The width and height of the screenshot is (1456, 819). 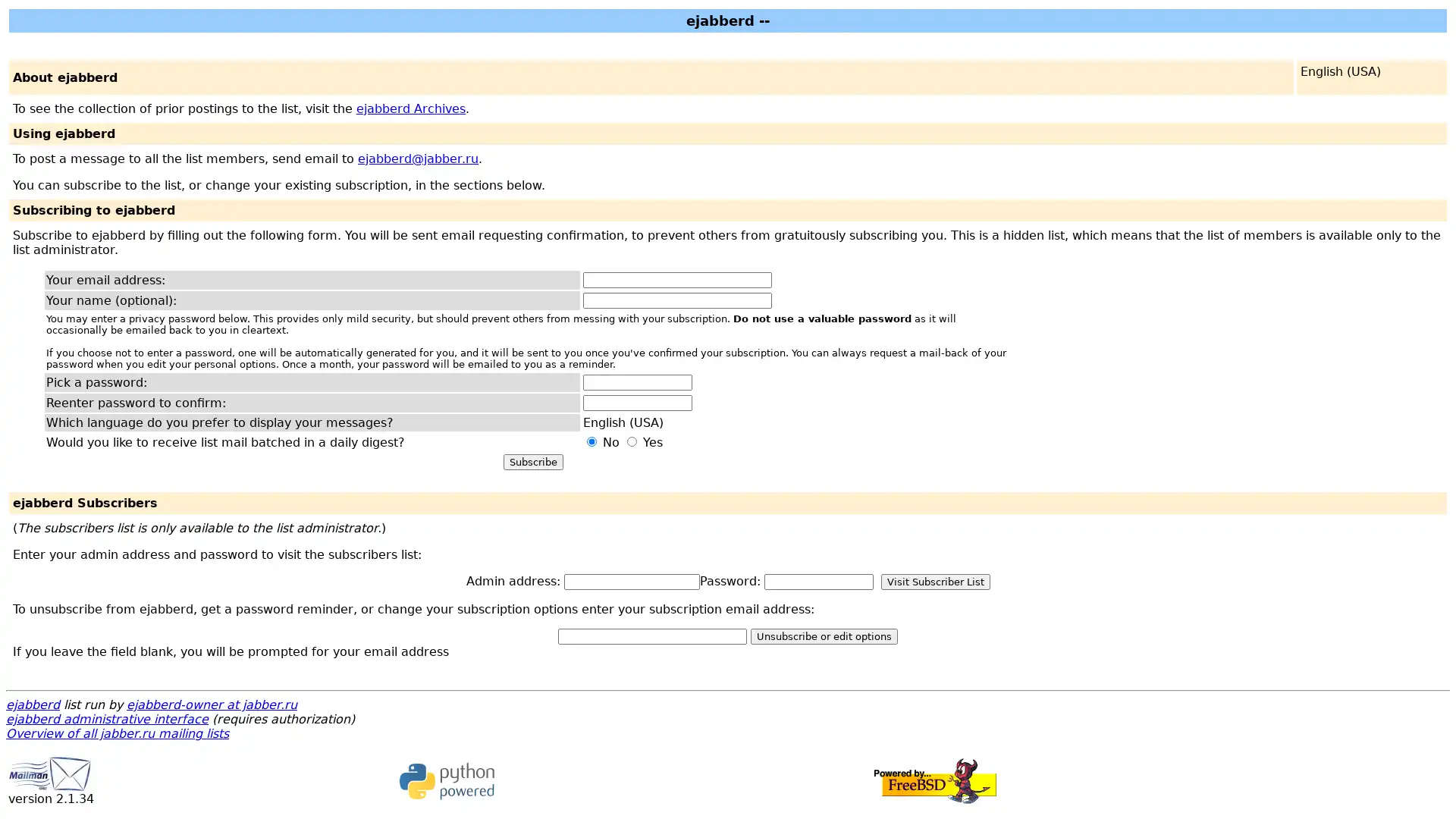 What do you see at coordinates (532, 461) in the screenshot?
I see `Subscribe` at bounding box center [532, 461].